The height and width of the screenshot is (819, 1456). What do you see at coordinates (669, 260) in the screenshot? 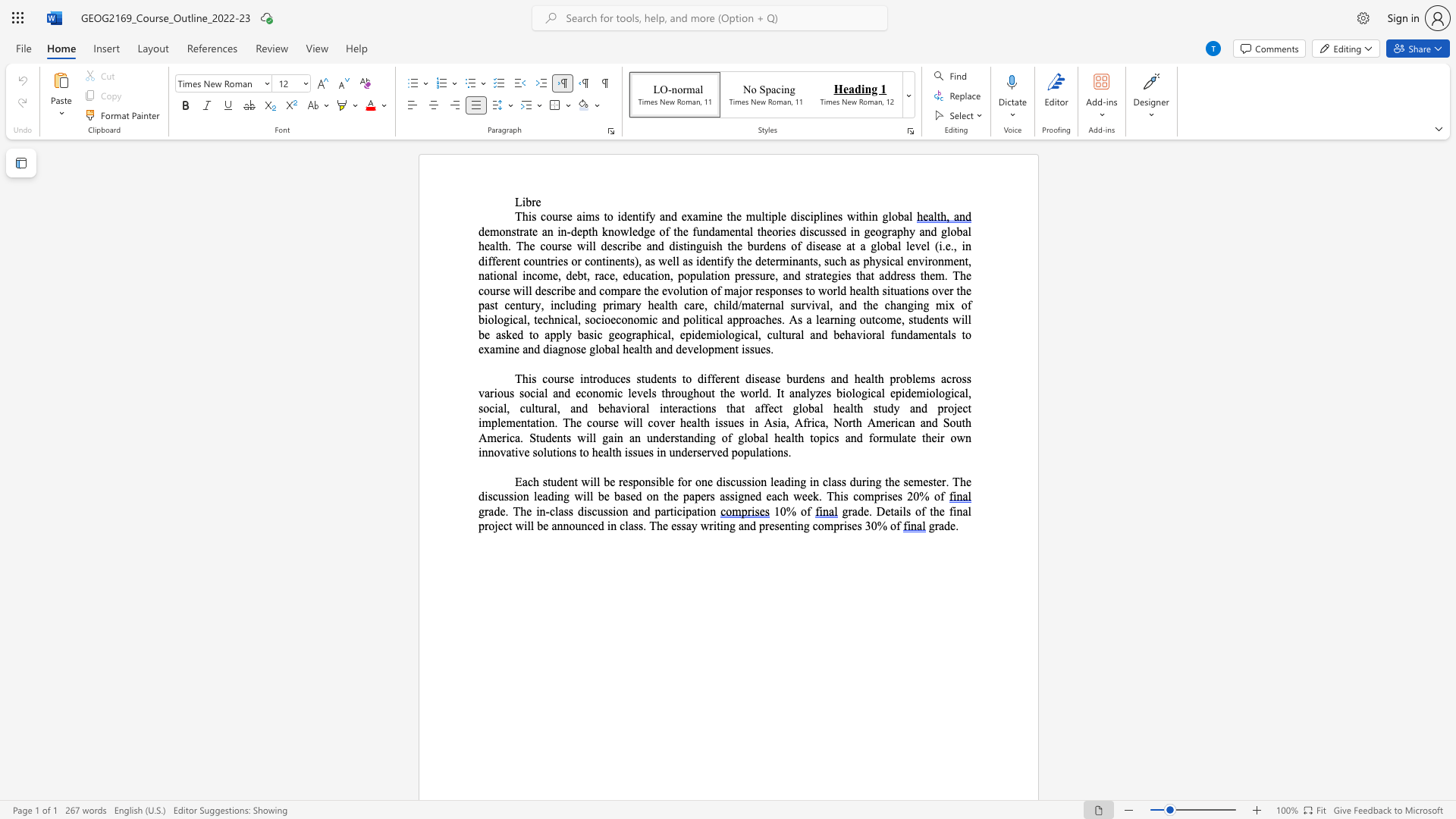
I see `the 1th character "e" in the text` at bounding box center [669, 260].